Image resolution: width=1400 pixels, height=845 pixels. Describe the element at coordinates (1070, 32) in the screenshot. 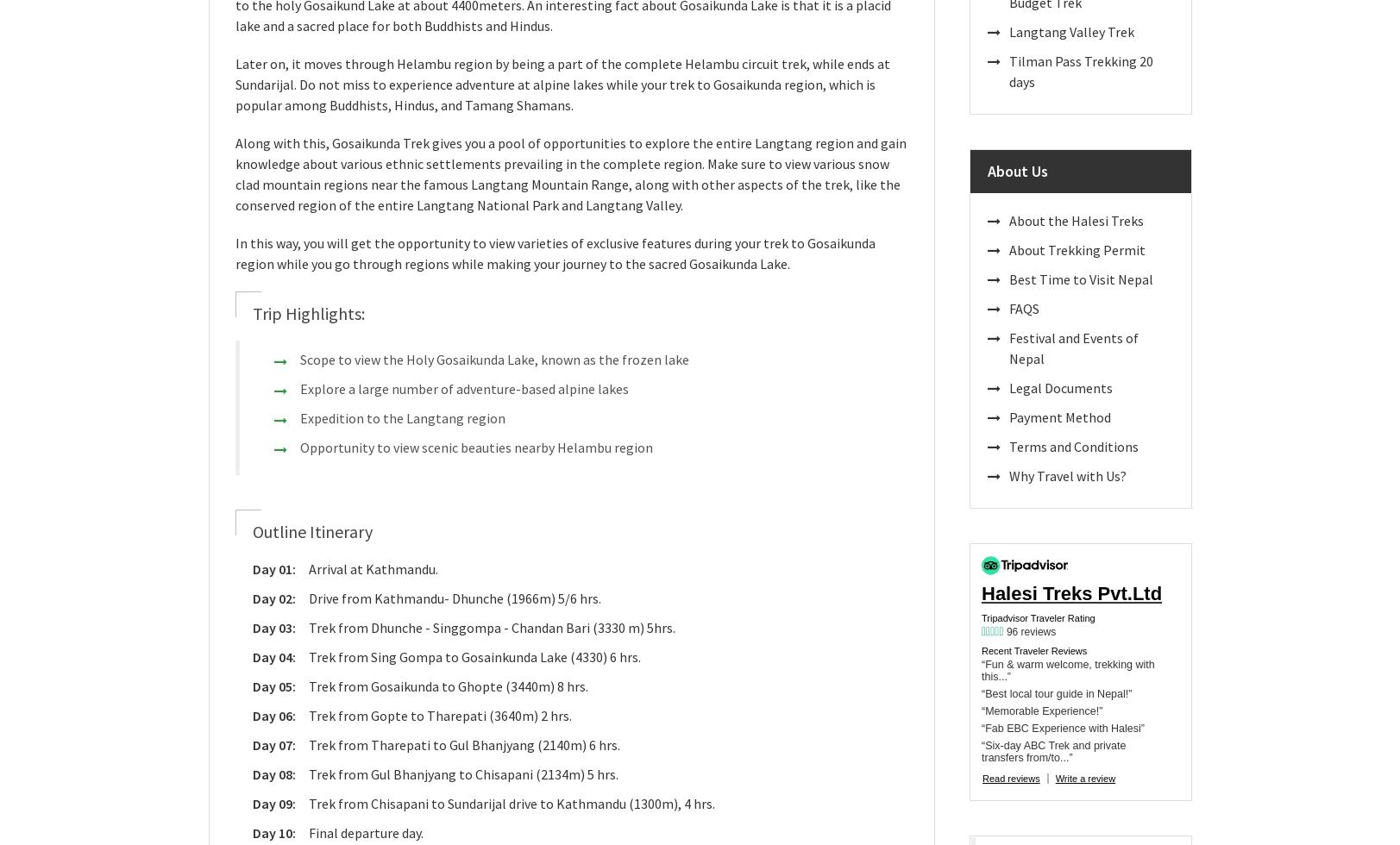

I see `'Langtang Valley Trek'` at that location.